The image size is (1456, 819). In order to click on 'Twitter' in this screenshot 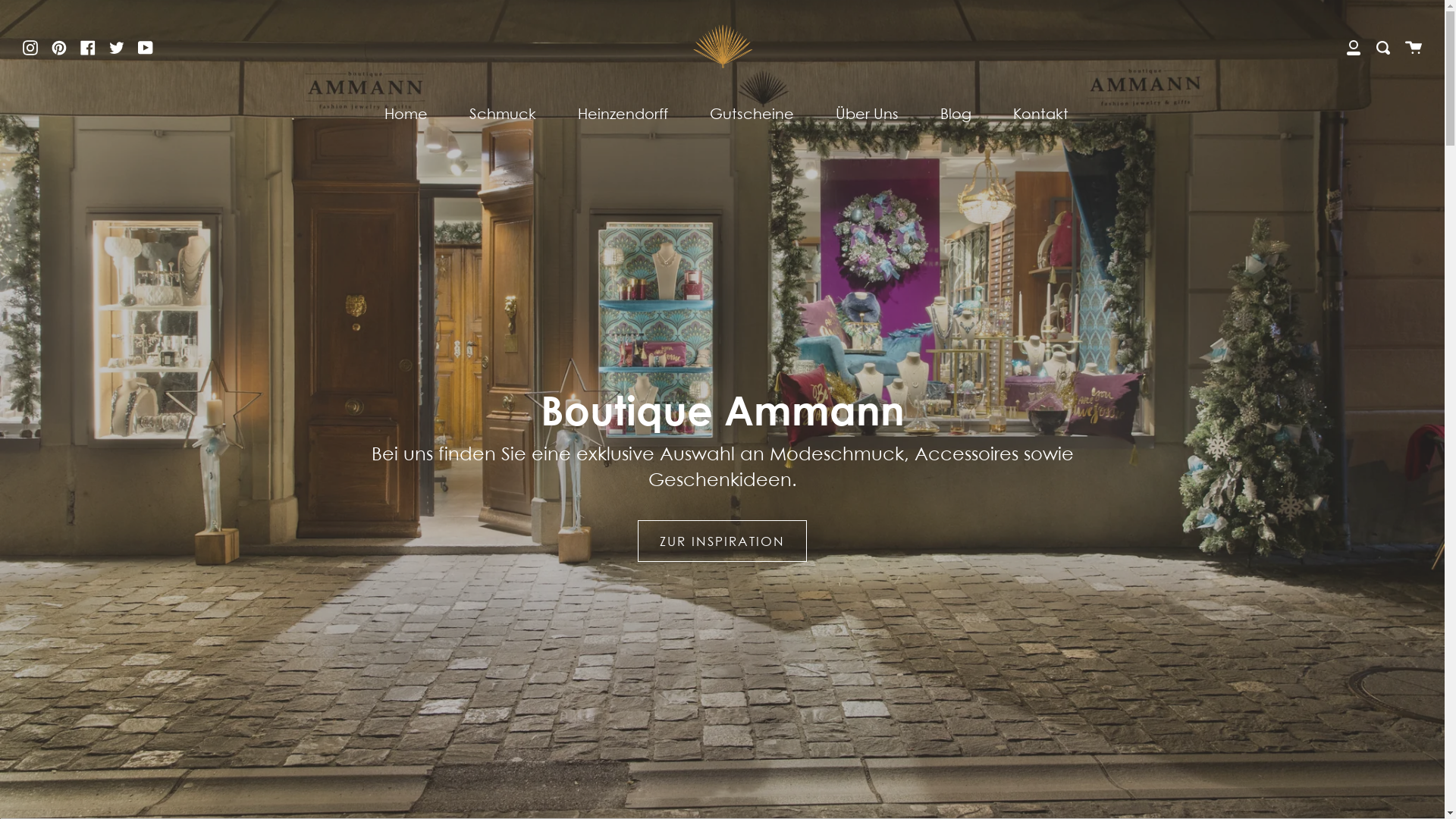, I will do `click(115, 45)`.